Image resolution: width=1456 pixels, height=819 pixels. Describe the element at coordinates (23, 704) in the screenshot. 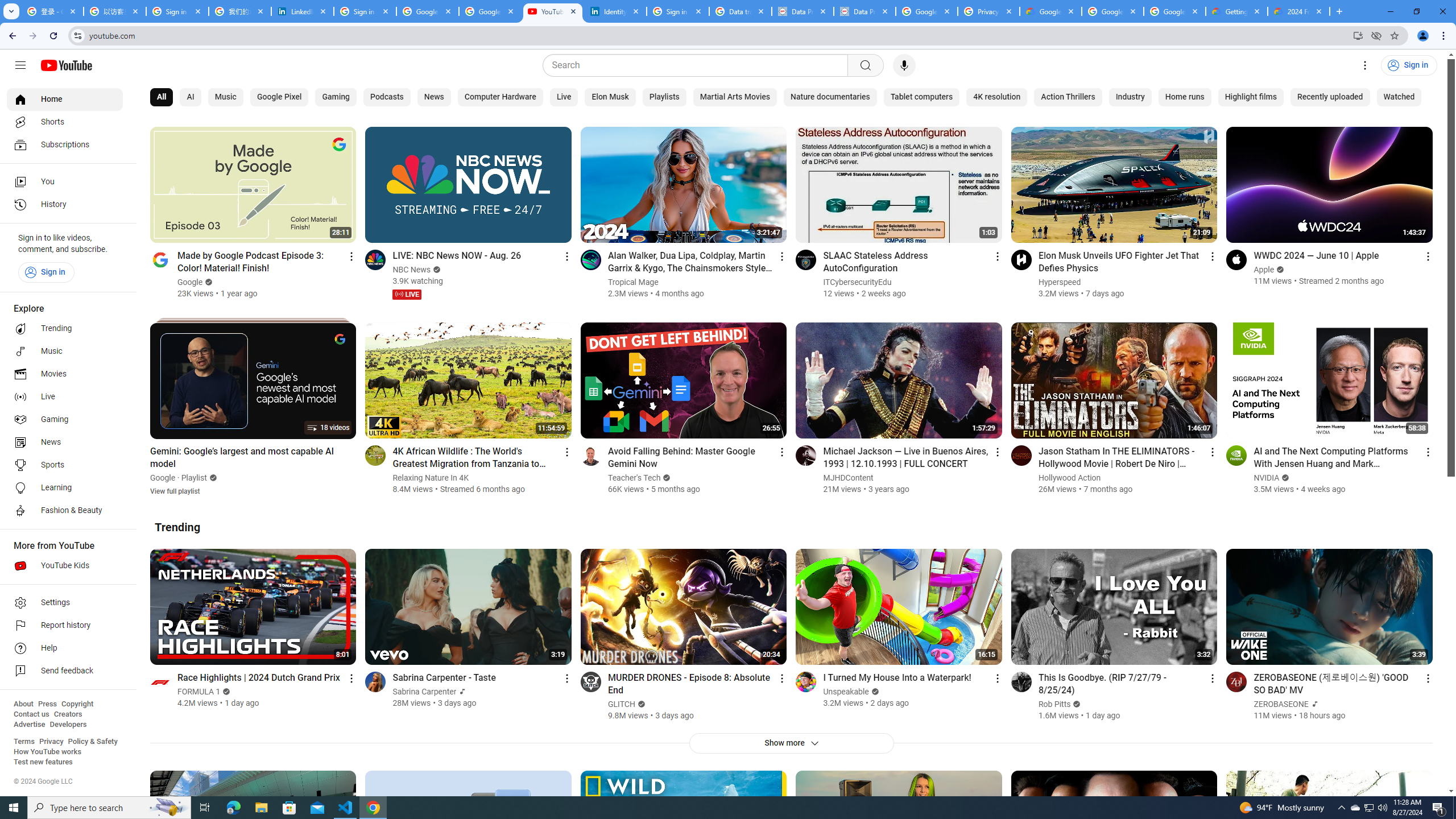

I see `'About'` at that location.